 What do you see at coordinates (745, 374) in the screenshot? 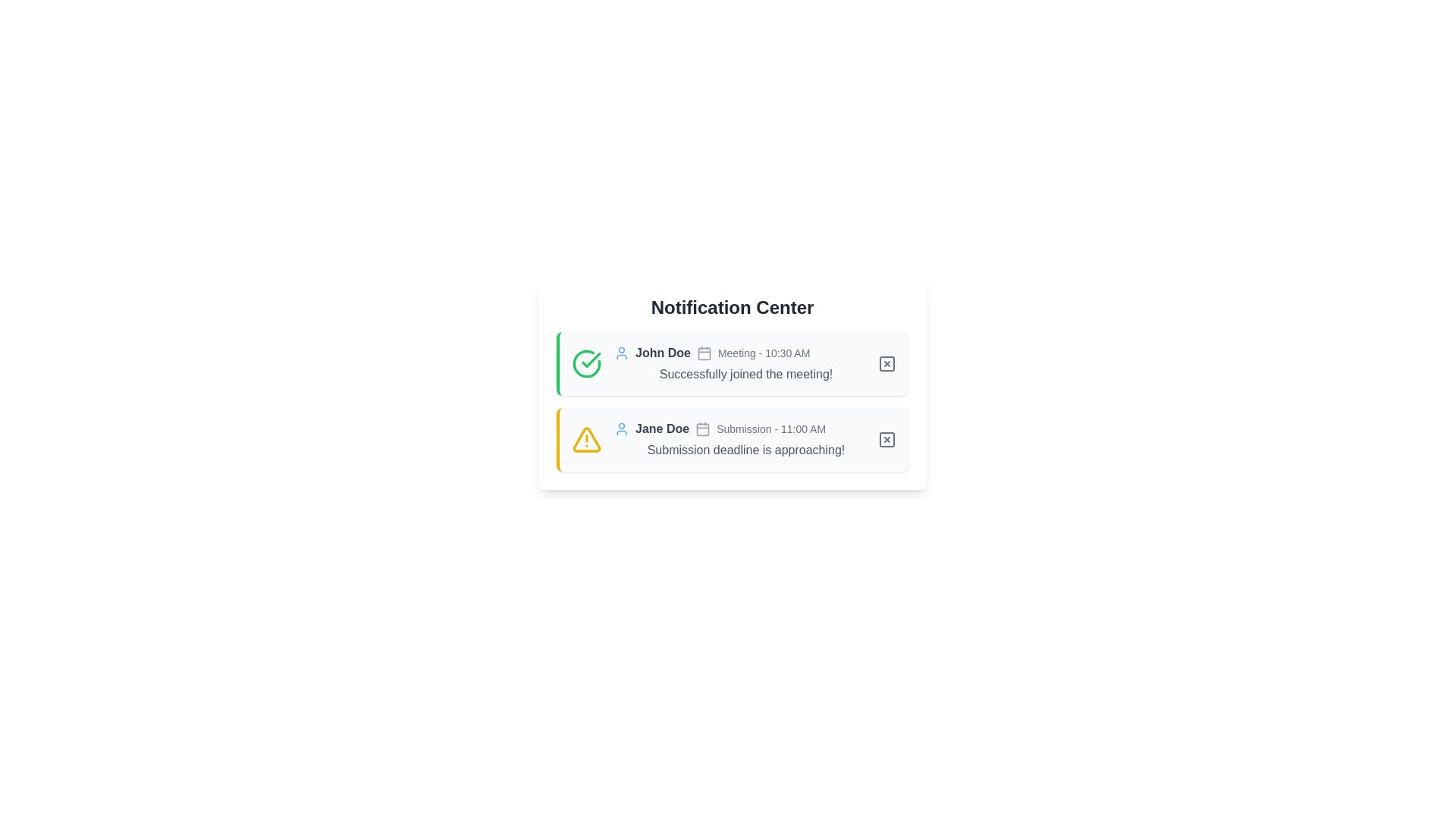
I see `the notification text that states 'Successfully joined the meeting!' located below the 'John Doe Meeting - 10:30 AM' information bar` at bounding box center [745, 374].